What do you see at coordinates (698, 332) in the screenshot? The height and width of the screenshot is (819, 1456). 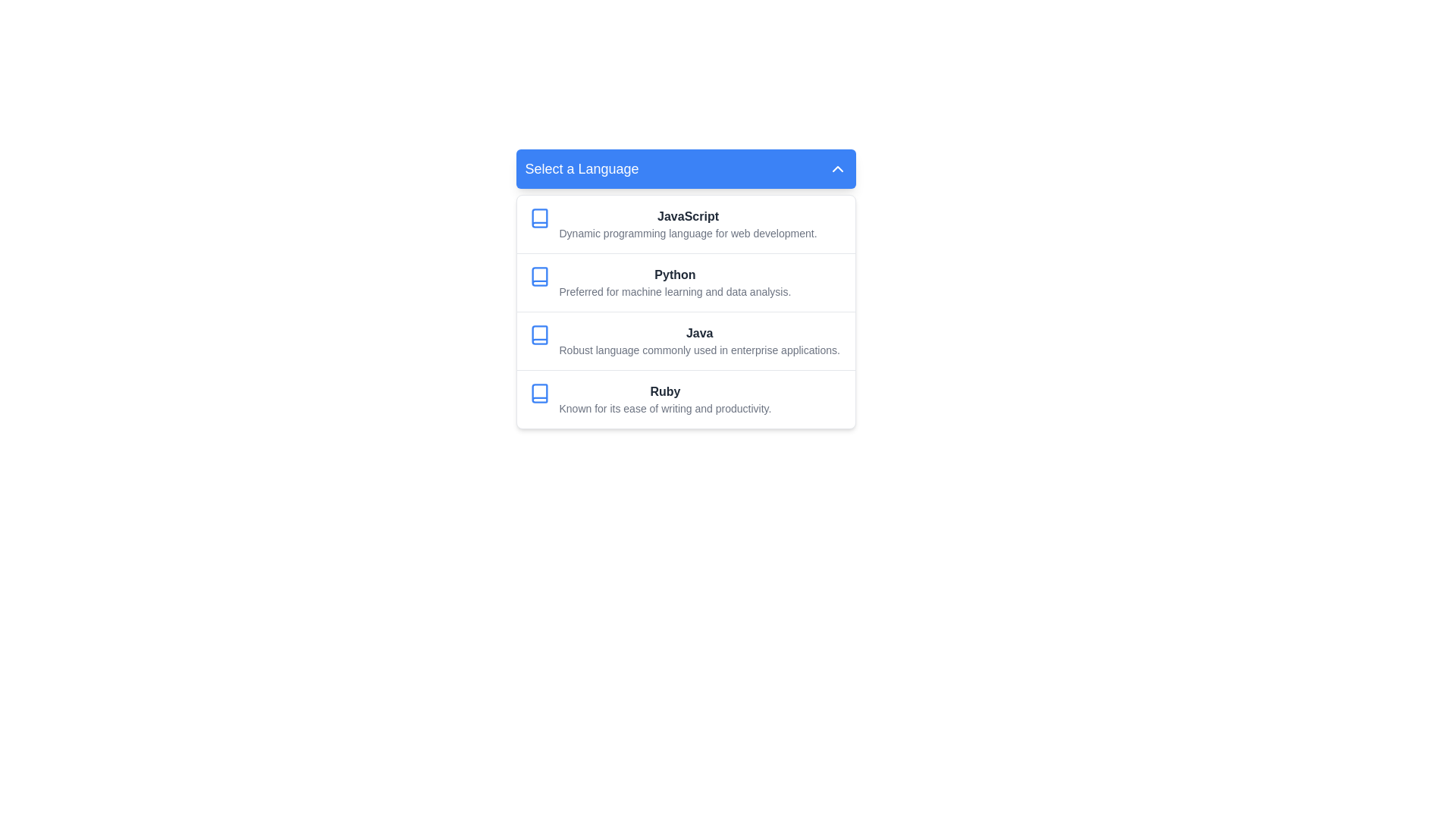 I see `the 'Java' text label in the dropdown menu under 'Select a Language'` at bounding box center [698, 332].